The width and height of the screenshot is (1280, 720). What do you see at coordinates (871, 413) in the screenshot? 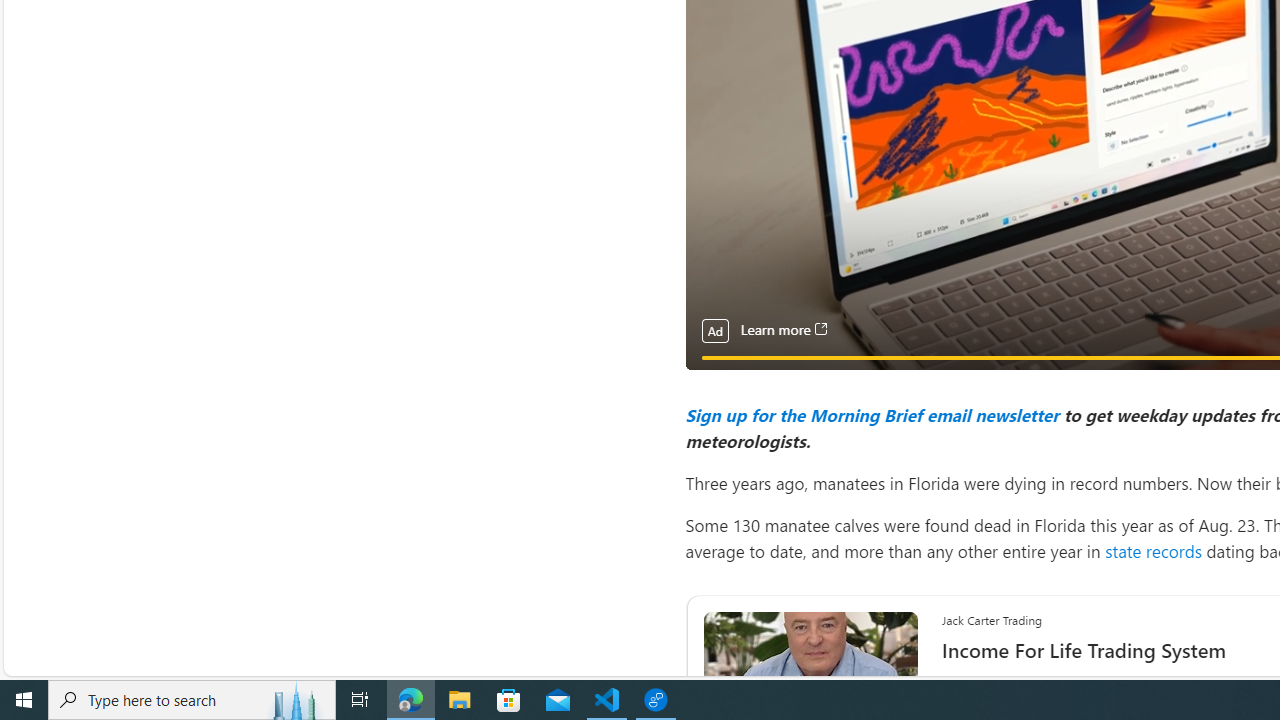
I see `'Sign up for the Morning Brief email newsletter'` at bounding box center [871, 413].